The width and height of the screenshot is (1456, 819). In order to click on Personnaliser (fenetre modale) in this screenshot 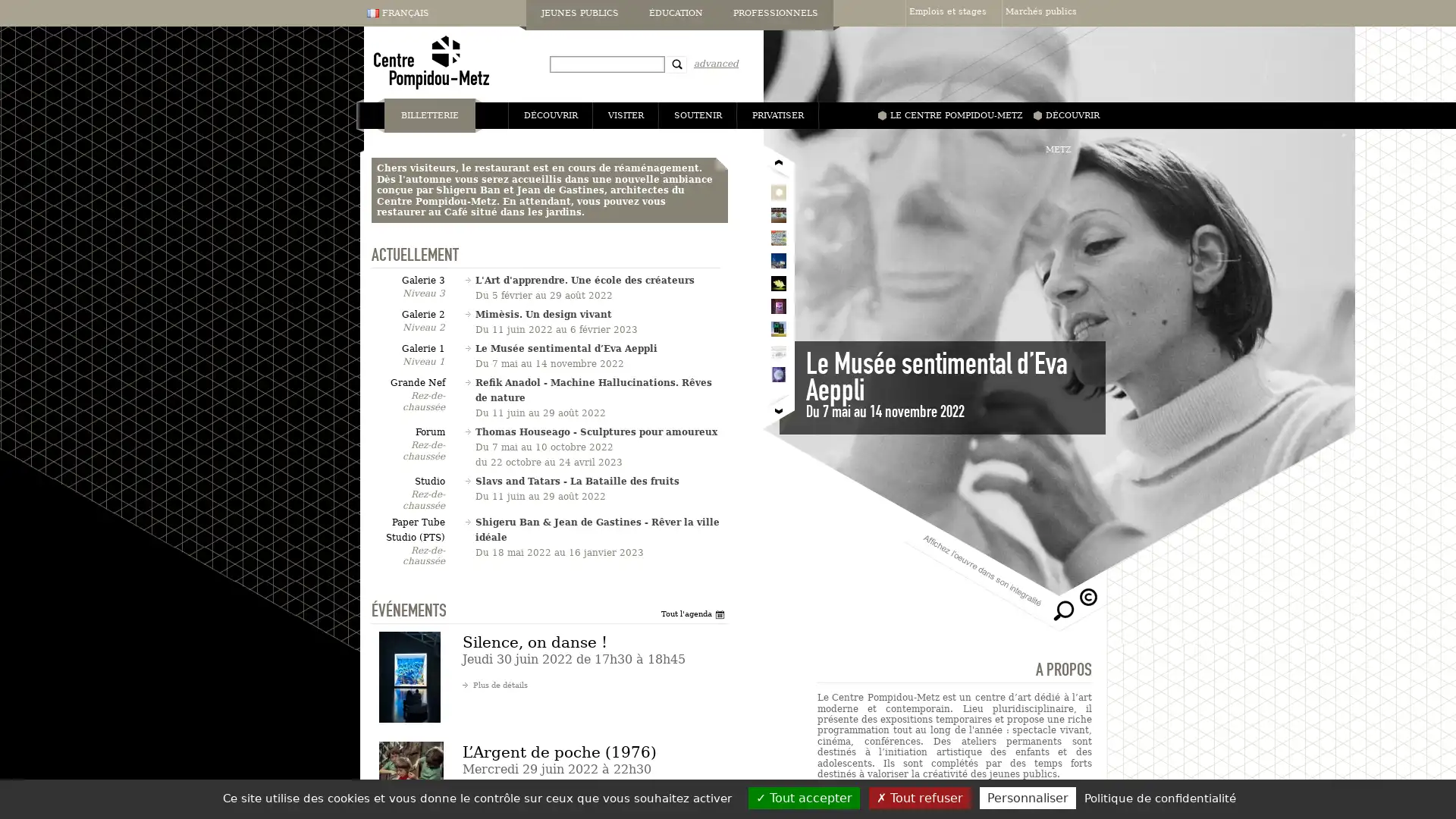, I will do `click(1028, 797)`.